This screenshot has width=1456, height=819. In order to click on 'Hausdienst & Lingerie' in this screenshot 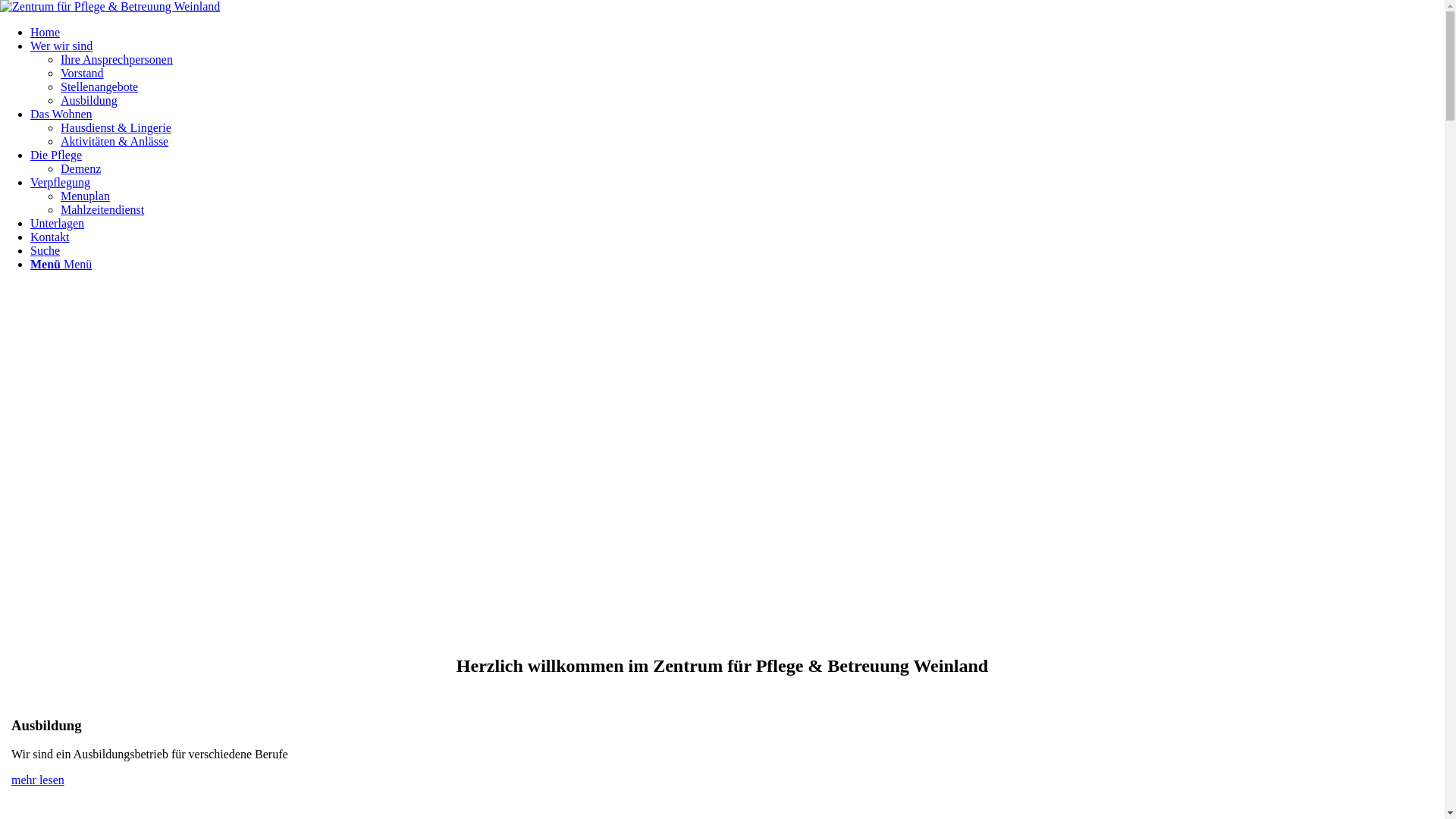, I will do `click(115, 127)`.